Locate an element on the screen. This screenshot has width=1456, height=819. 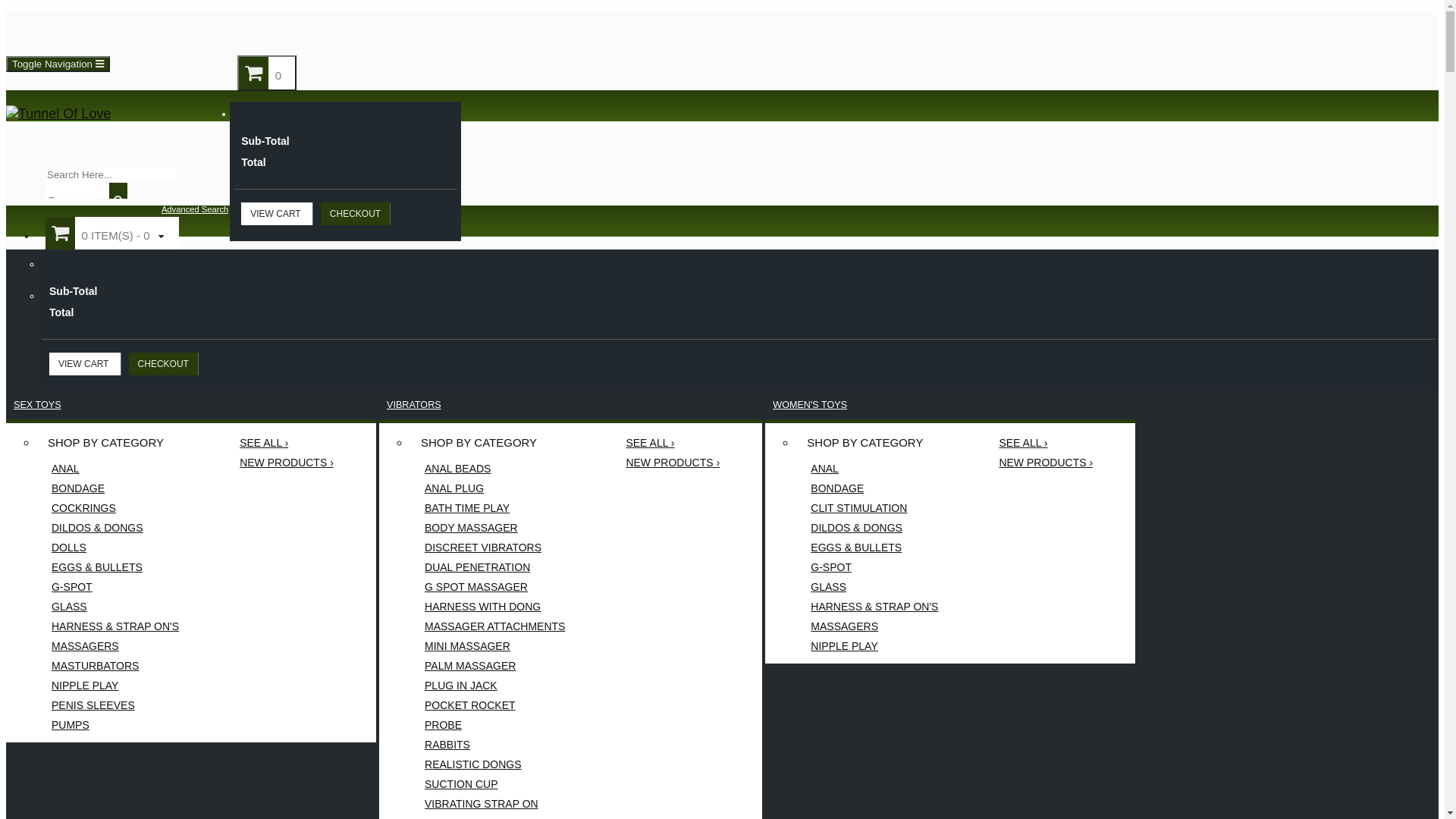
'Advanced Search' is located at coordinates (194, 209).